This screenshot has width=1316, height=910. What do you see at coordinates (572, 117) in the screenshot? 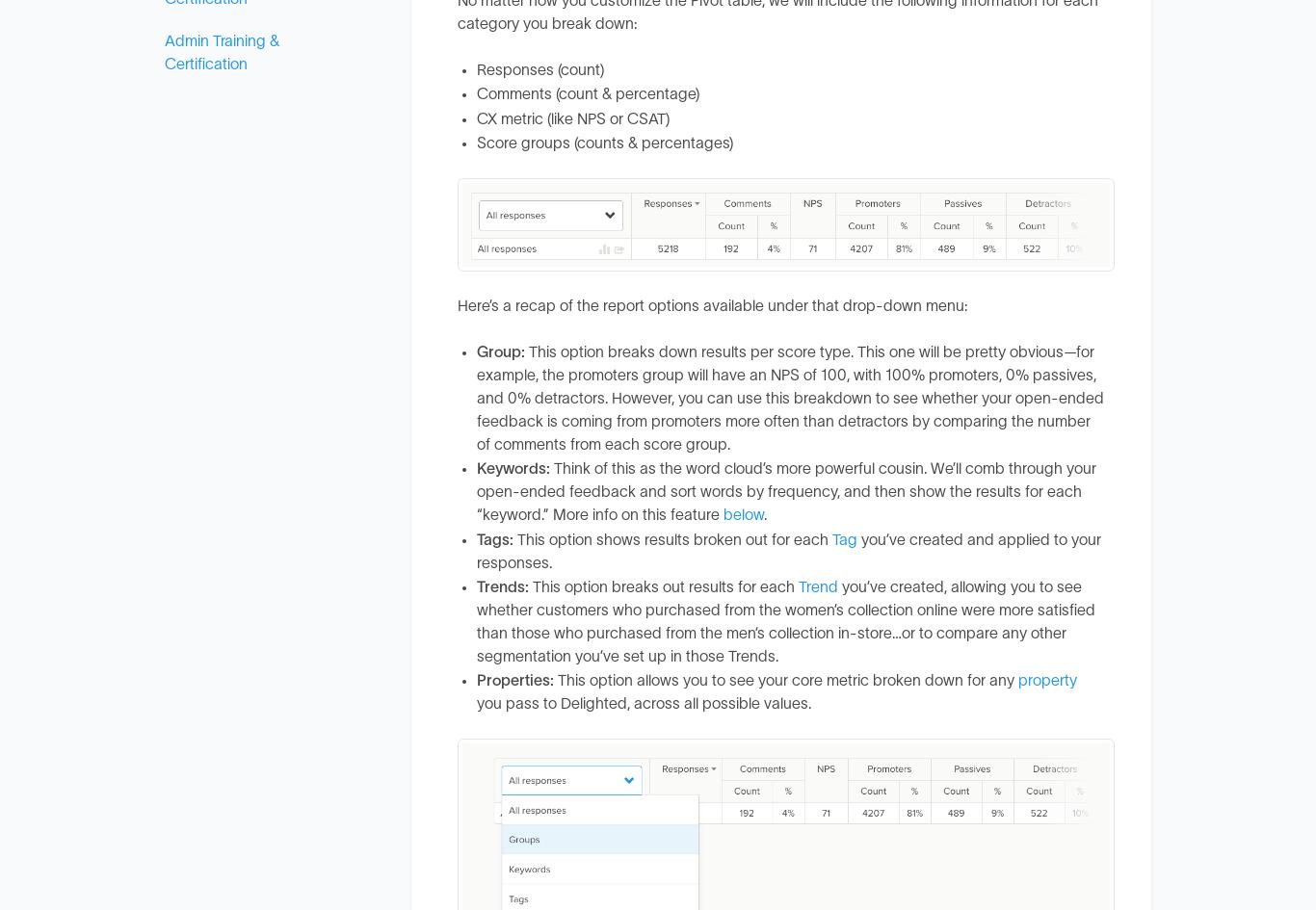
I see `'CX metric (like NPS or CSAT)'` at bounding box center [572, 117].